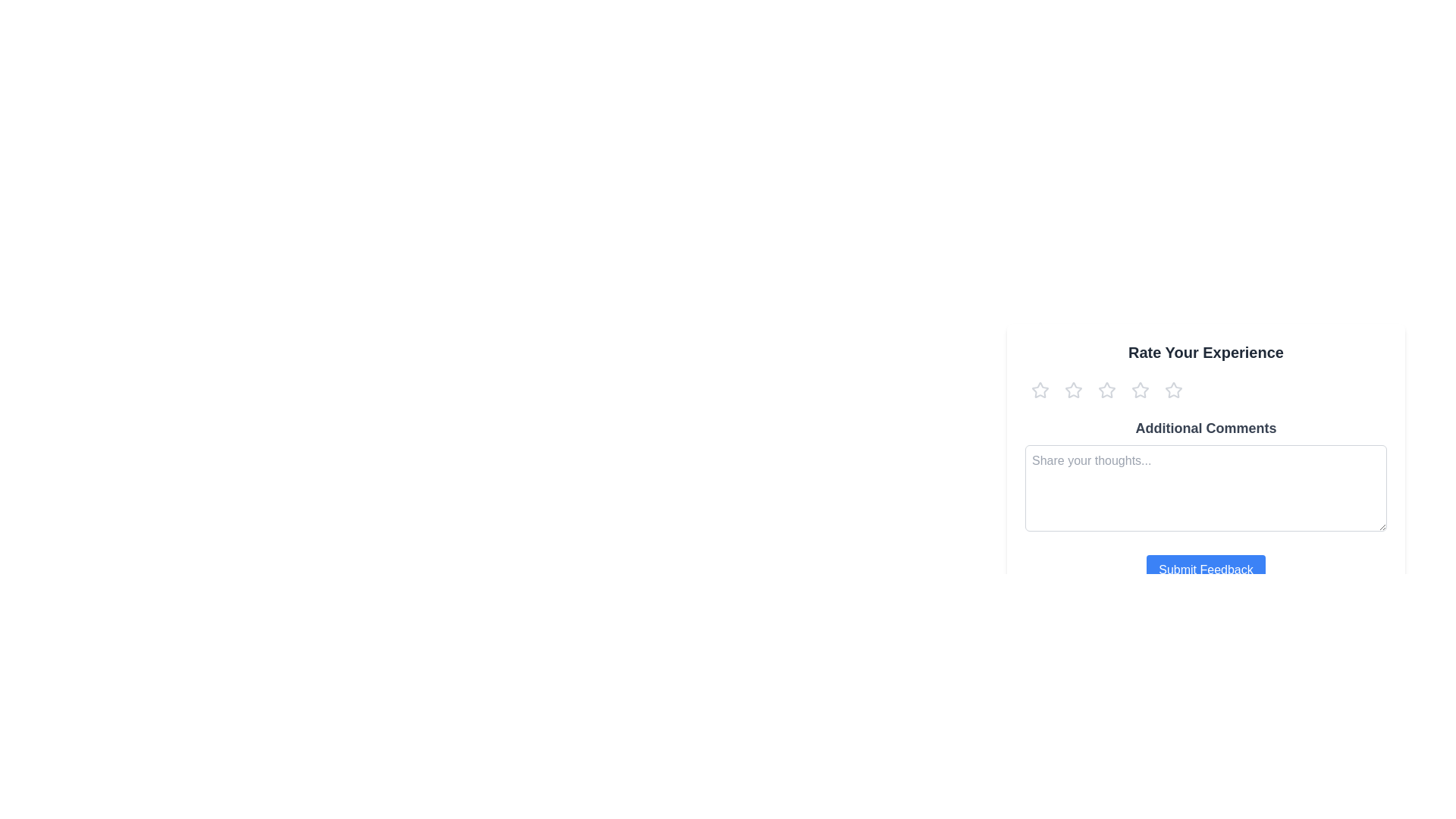 The height and width of the screenshot is (819, 1456). Describe the element at coordinates (1205, 570) in the screenshot. I see `the feedback submission button located at the bottom of the feedback form to observe the hover effects` at that location.